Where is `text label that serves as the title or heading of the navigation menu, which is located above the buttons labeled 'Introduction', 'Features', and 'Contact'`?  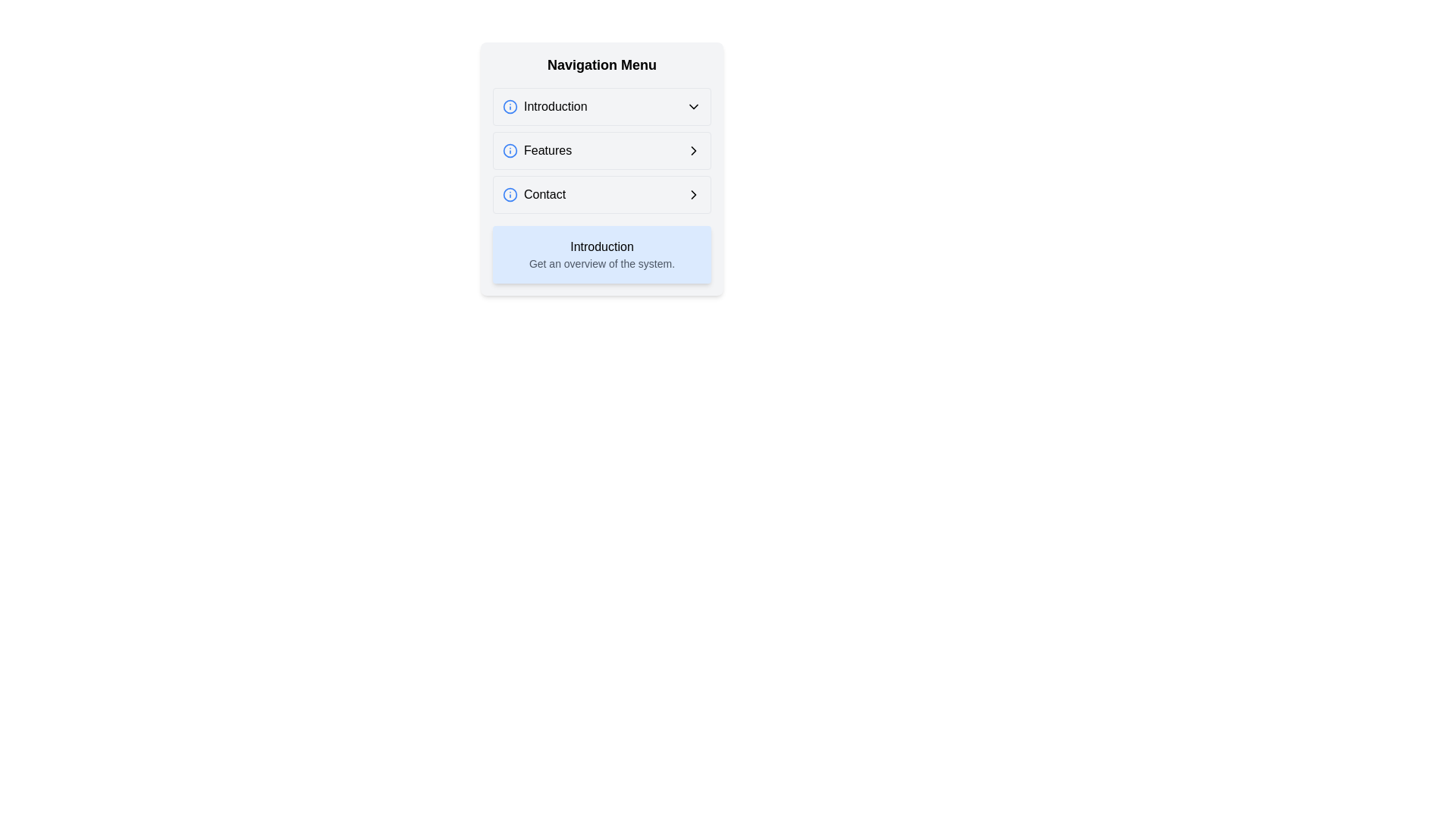
text label that serves as the title or heading of the navigation menu, which is located above the buttons labeled 'Introduction', 'Features', and 'Contact' is located at coordinates (601, 64).